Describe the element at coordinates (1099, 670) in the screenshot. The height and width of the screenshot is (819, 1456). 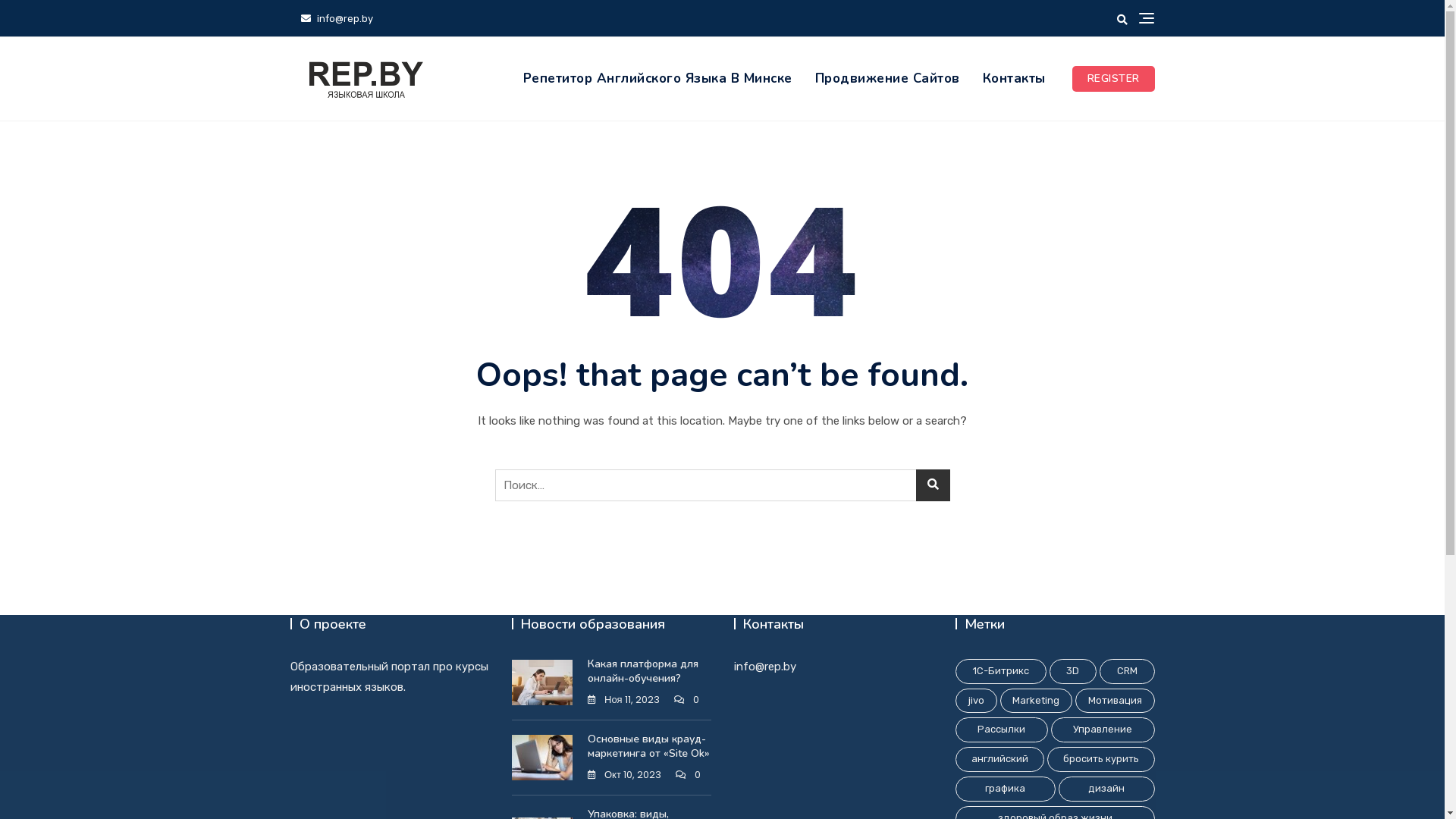
I see `'CRM'` at that location.